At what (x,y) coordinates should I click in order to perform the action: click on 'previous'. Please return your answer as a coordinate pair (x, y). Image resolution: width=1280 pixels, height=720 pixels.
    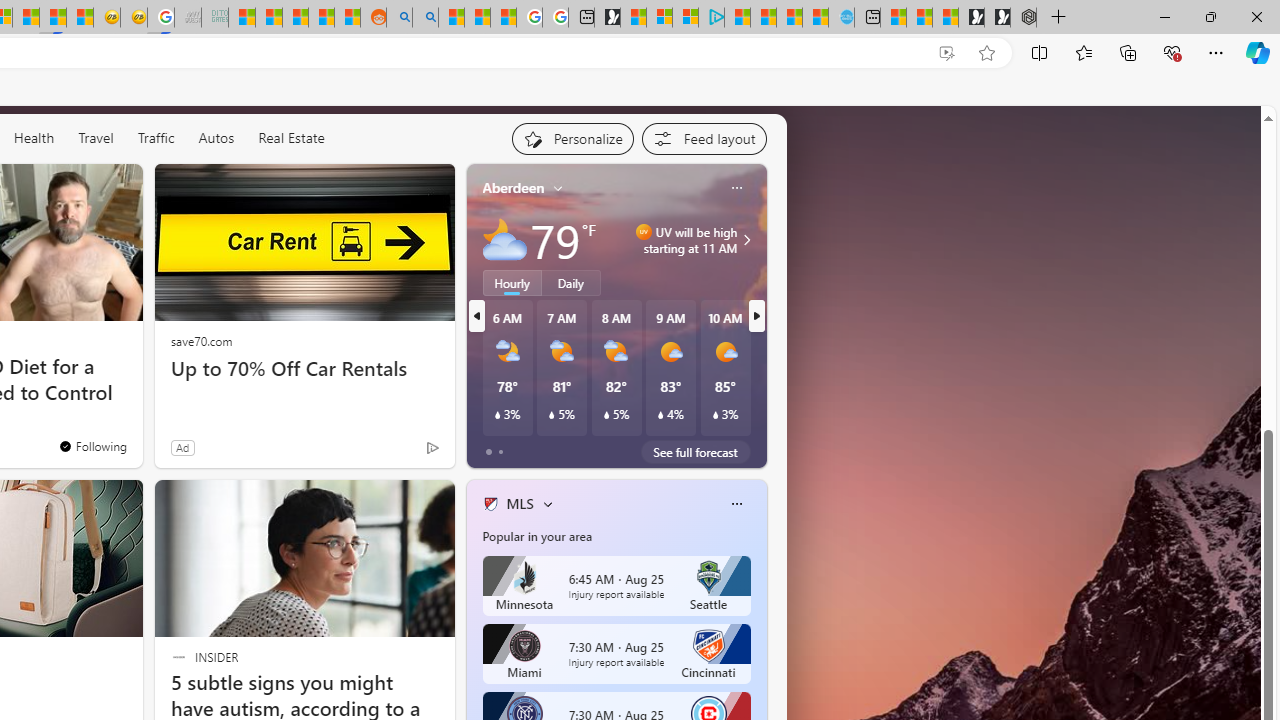
    Looking at the image, I should click on (475, 315).